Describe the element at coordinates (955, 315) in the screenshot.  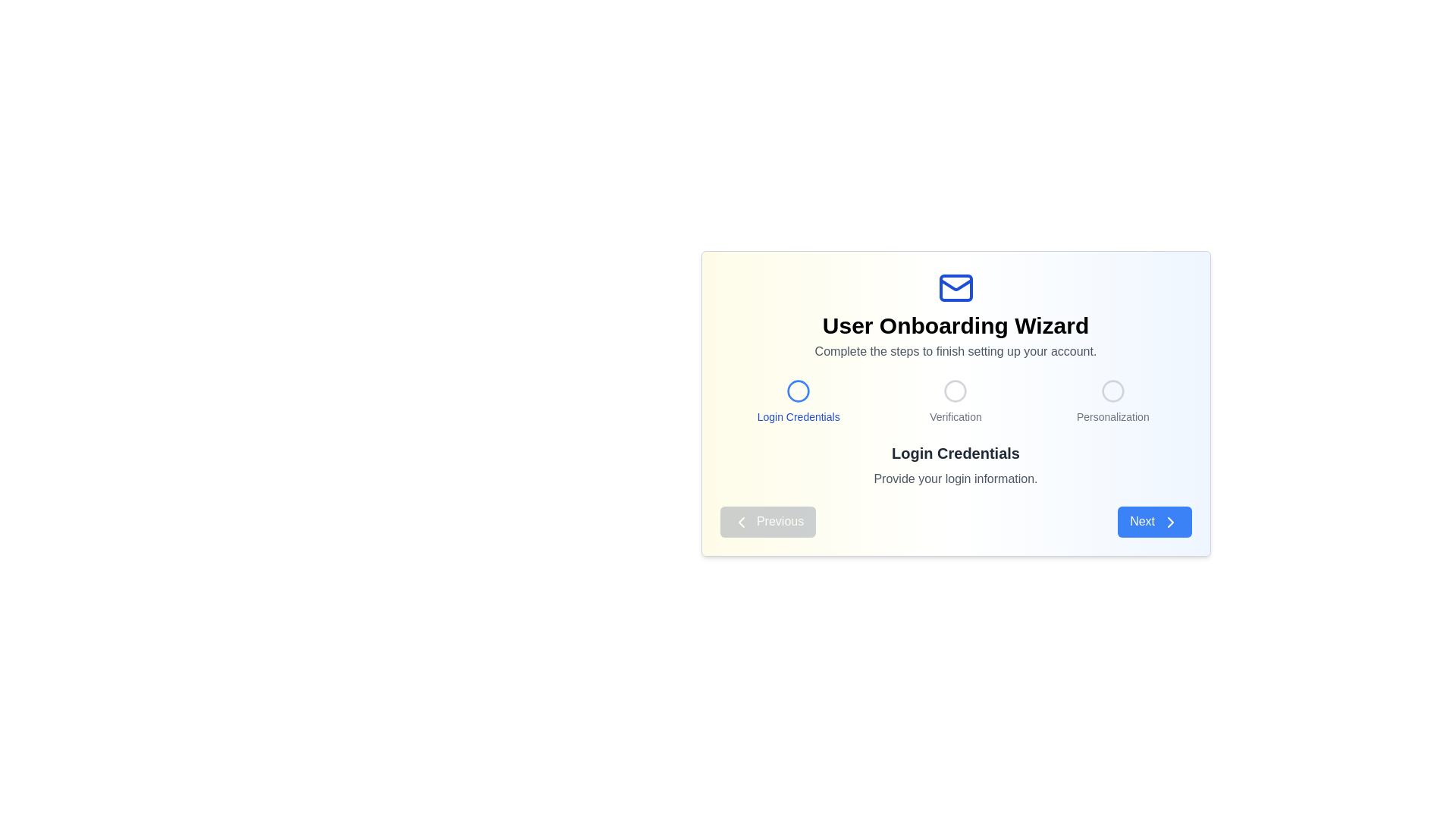
I see `the Information panel that describes the onboarding wizard, which is centrally located above the step indicators for Login Credentials, Verification, and Personalization` at that location.